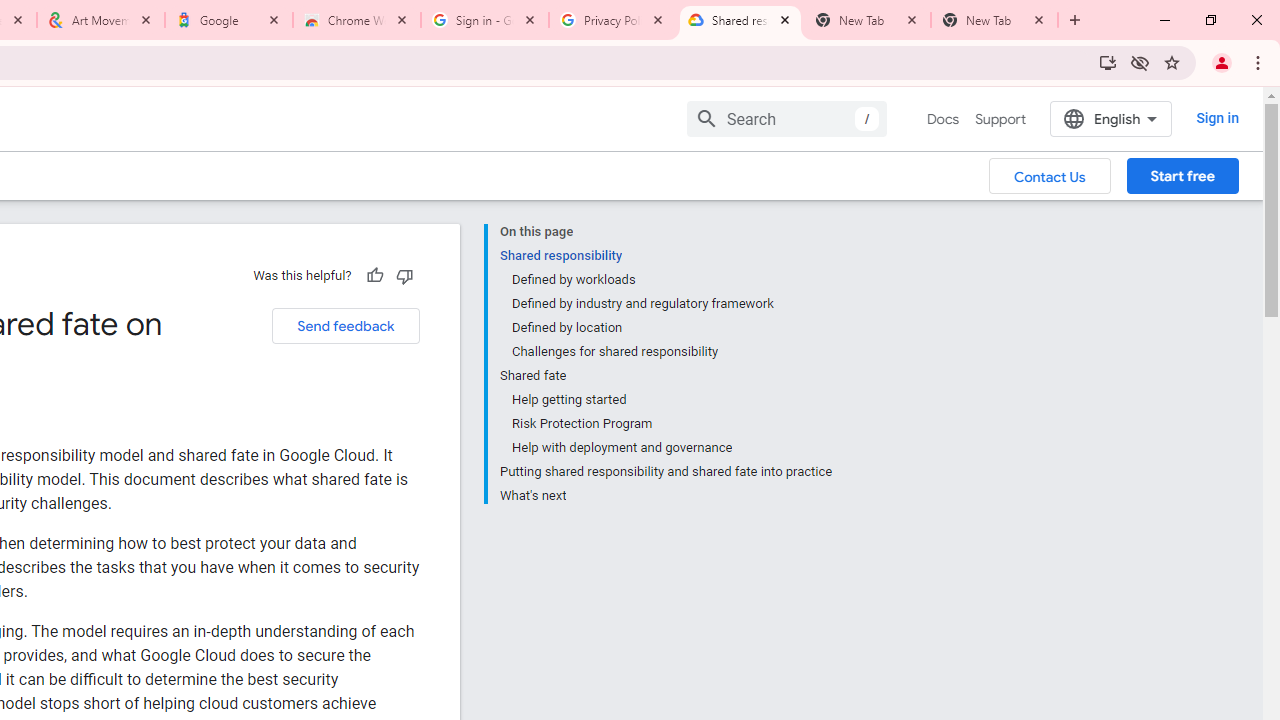 This screenshot has width=1280, height=720. I want to click on 'Defined by workloads', so click(671, 280).